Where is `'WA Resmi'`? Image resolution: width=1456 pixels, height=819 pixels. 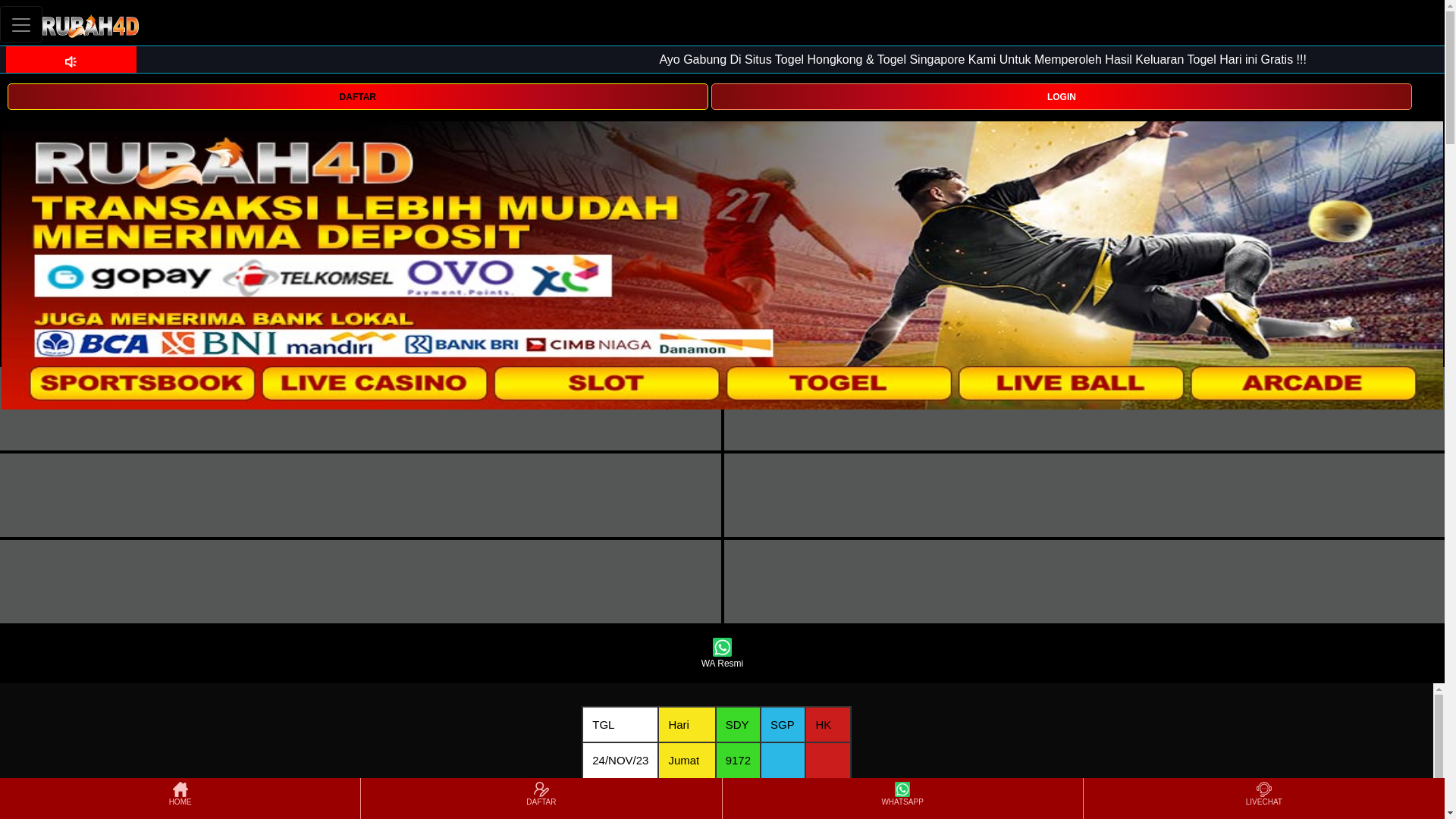 'WA Resmi' is located at coordinates (721, 653).